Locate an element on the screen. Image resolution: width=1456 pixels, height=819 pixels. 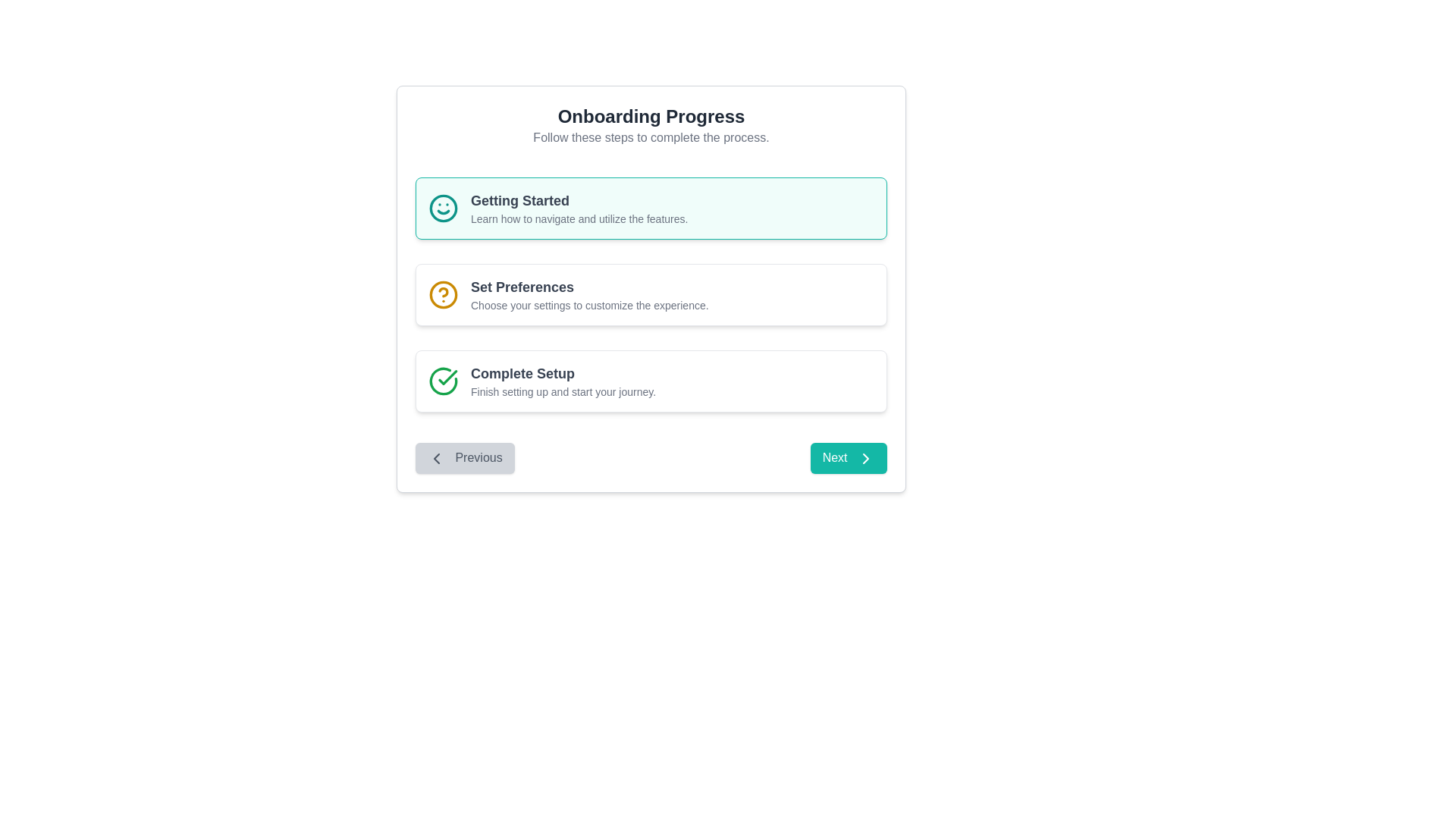
the 'Previous' button icon located at the bottom-left of the interface, which indicates navigation to the previous step in the process is located at coordinates (436, 457).